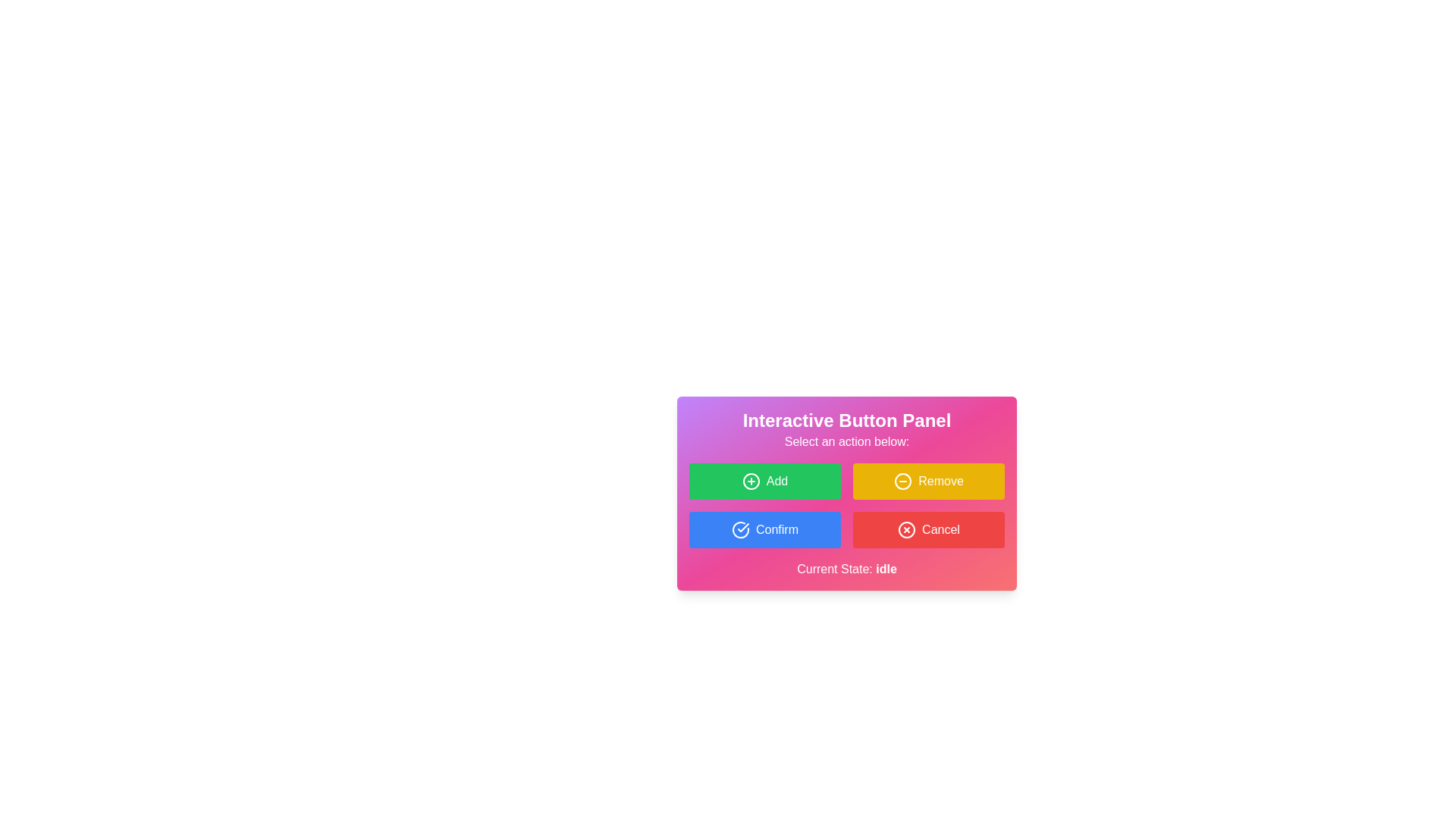  I want to click on the 'Confirm' button, which has a blue background, white text, and a checkmark icon, to confirm the action, so click(764, 529).